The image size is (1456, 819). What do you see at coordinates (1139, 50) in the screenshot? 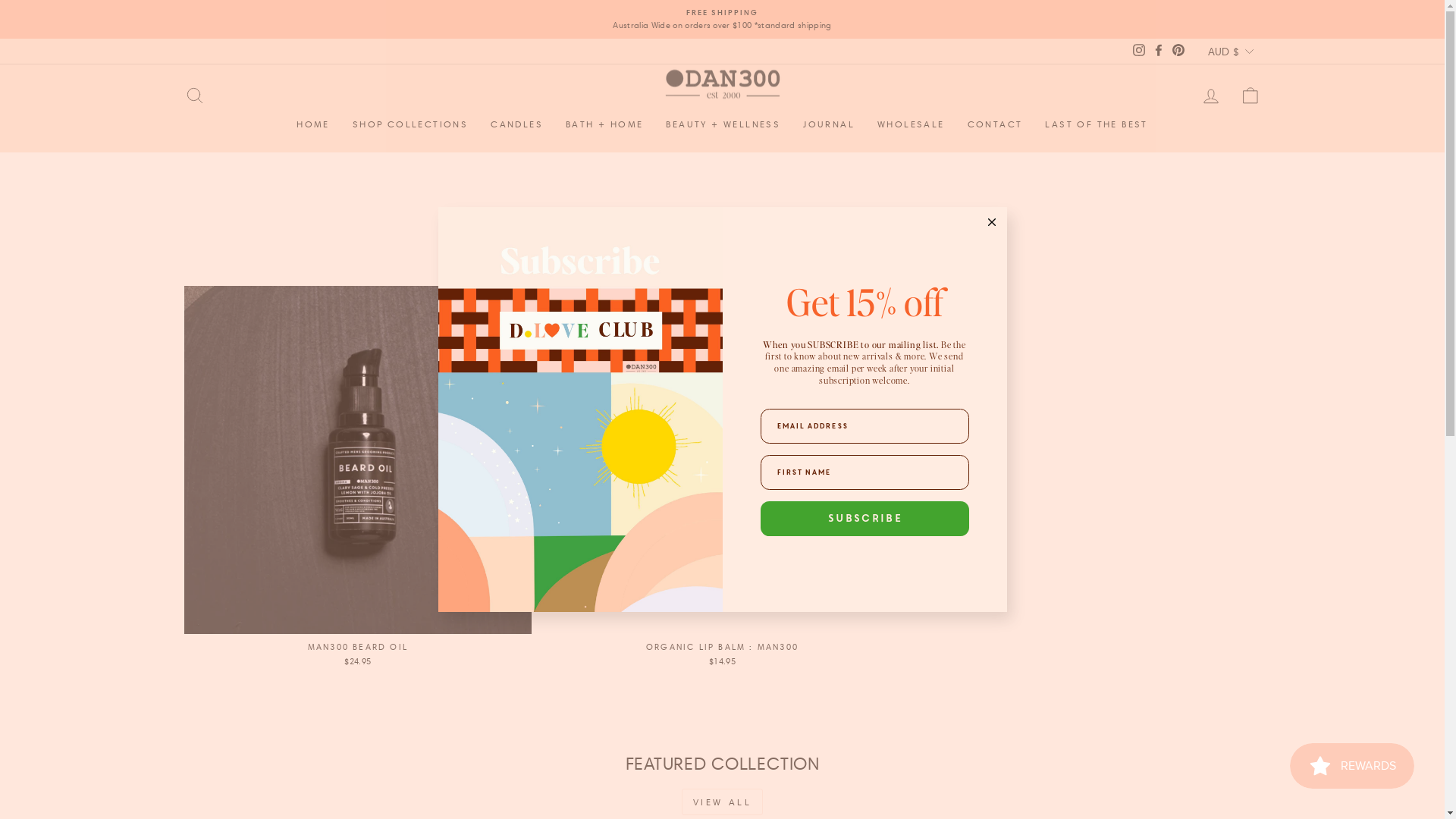
I see `'Instagram'` at bounding box center [1139, 50].